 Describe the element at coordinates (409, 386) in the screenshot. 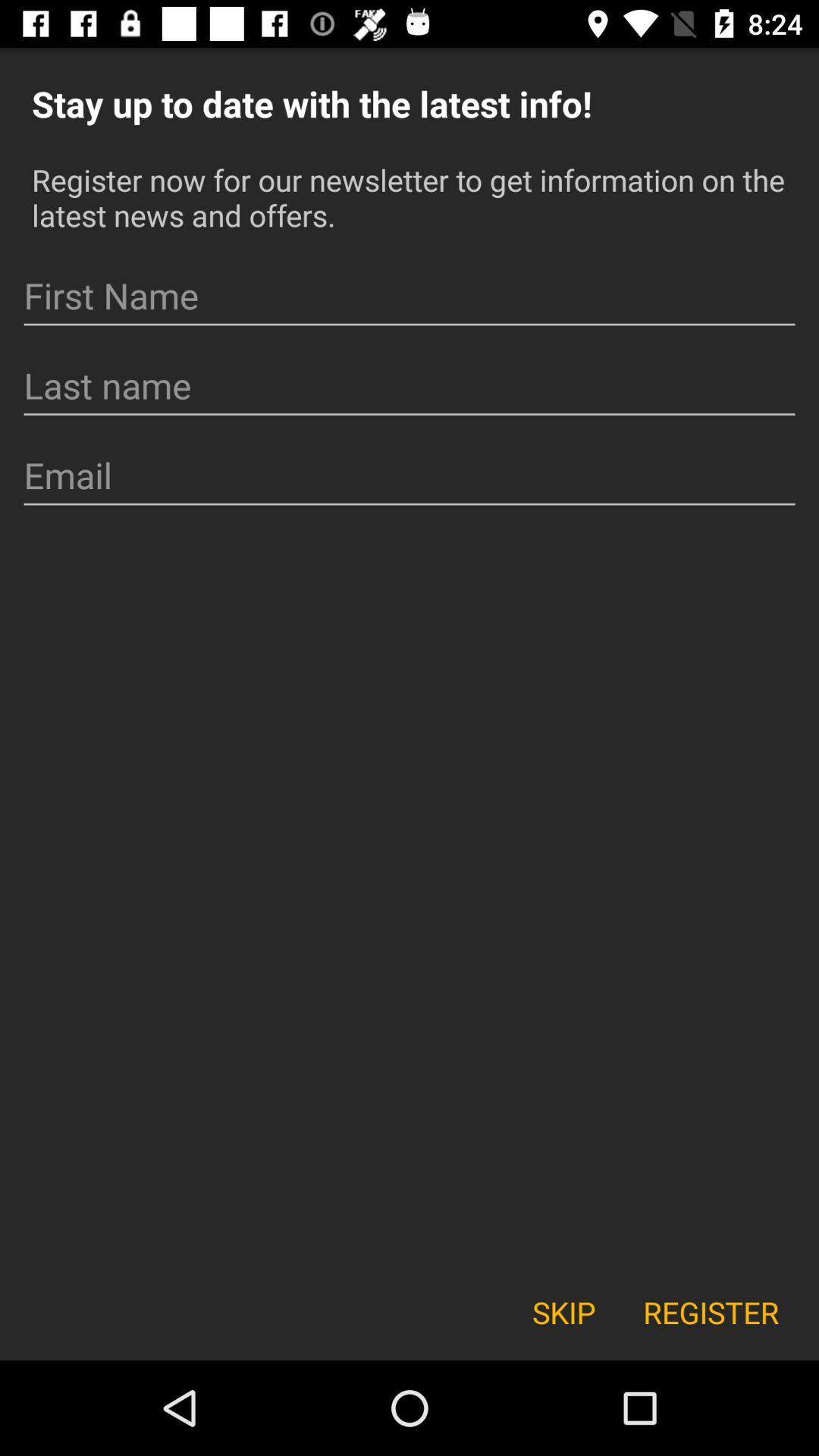

I see `last name` at that location.